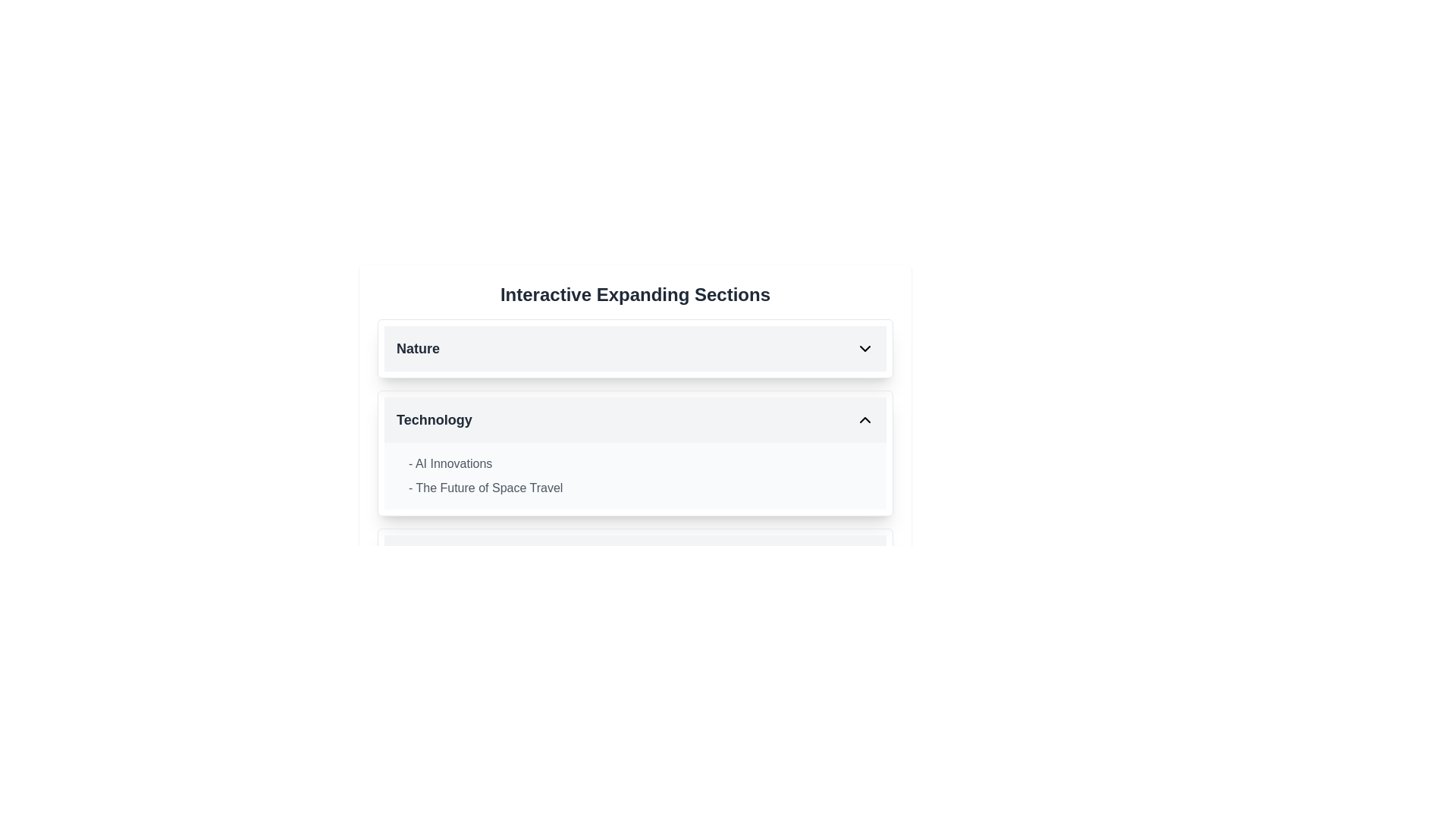 This screenshot has height=819, width=1456. What do you see at coordinates (865, 420) in the screenshot?
I see `the chevron icon toggle button located on the far right of the 'Technology' section` at bounding box center [865, 420].